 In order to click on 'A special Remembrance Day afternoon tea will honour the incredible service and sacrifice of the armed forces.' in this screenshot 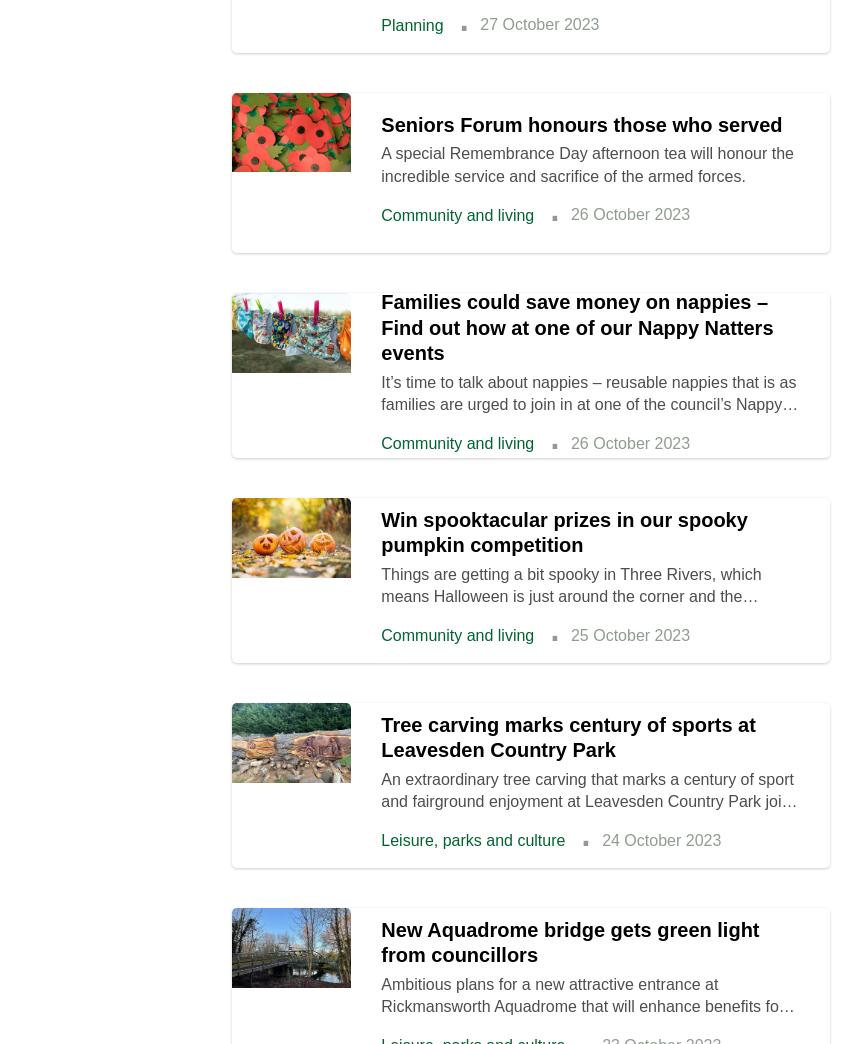, I will do `click(587, 163)`.